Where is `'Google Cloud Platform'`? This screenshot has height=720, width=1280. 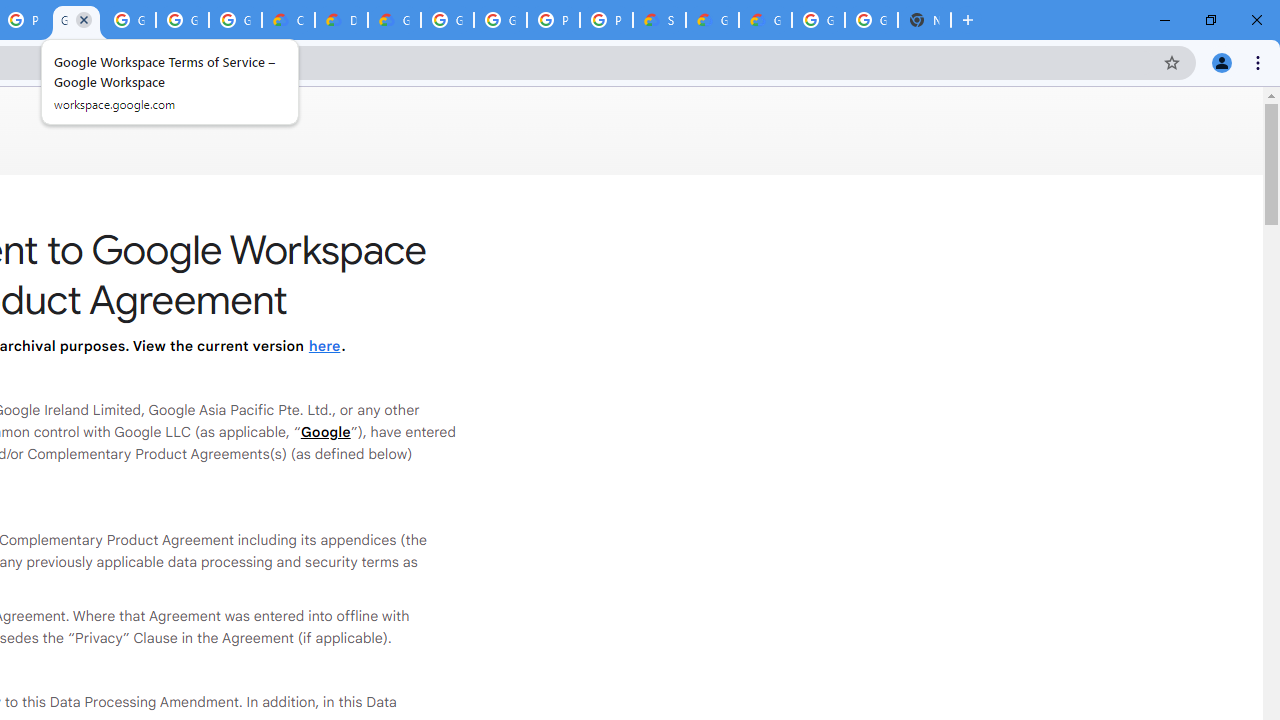 'Google Cloud Platform' is located at coordinates (871, 20).